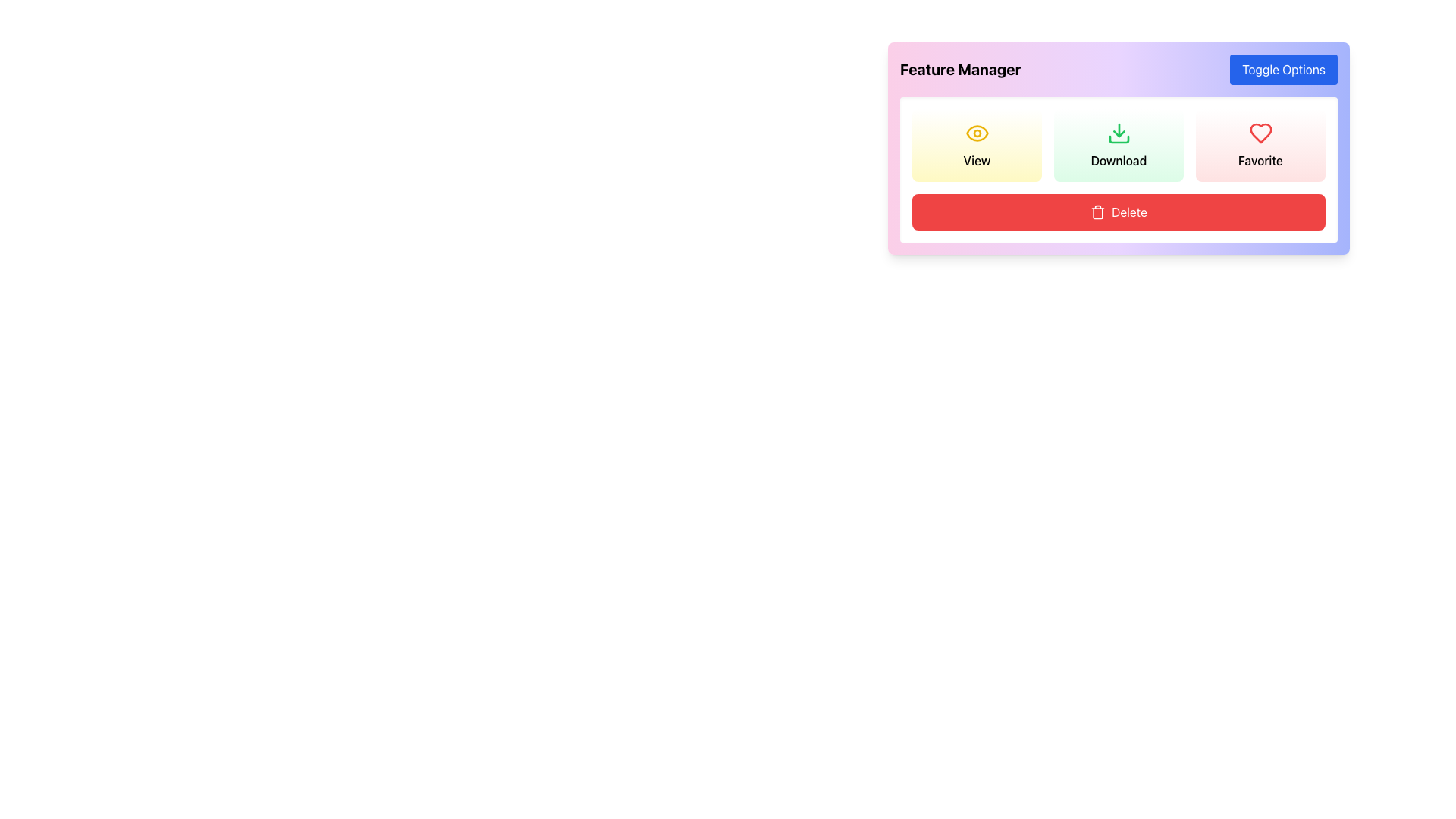 The image size is (1456, 819). Describe the element at coordinates (977, 133) in the screenshot. I see `the yellow eye-shaped icon in the 'View' section of the 'Feature Manager' interface` at that location.